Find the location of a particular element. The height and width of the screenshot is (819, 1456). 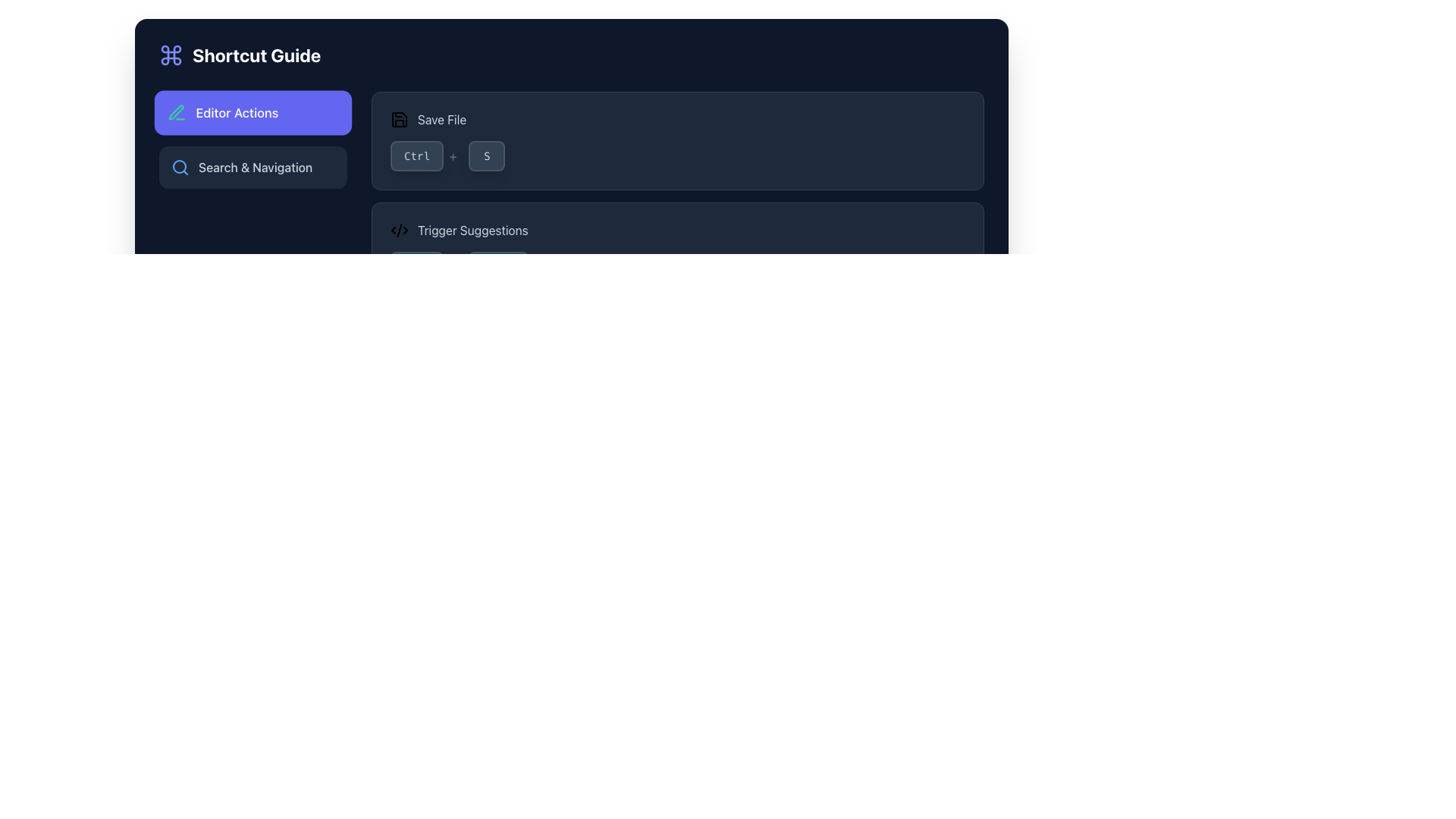

the 'Editor Actions' button is located at coordinates (253, 112).